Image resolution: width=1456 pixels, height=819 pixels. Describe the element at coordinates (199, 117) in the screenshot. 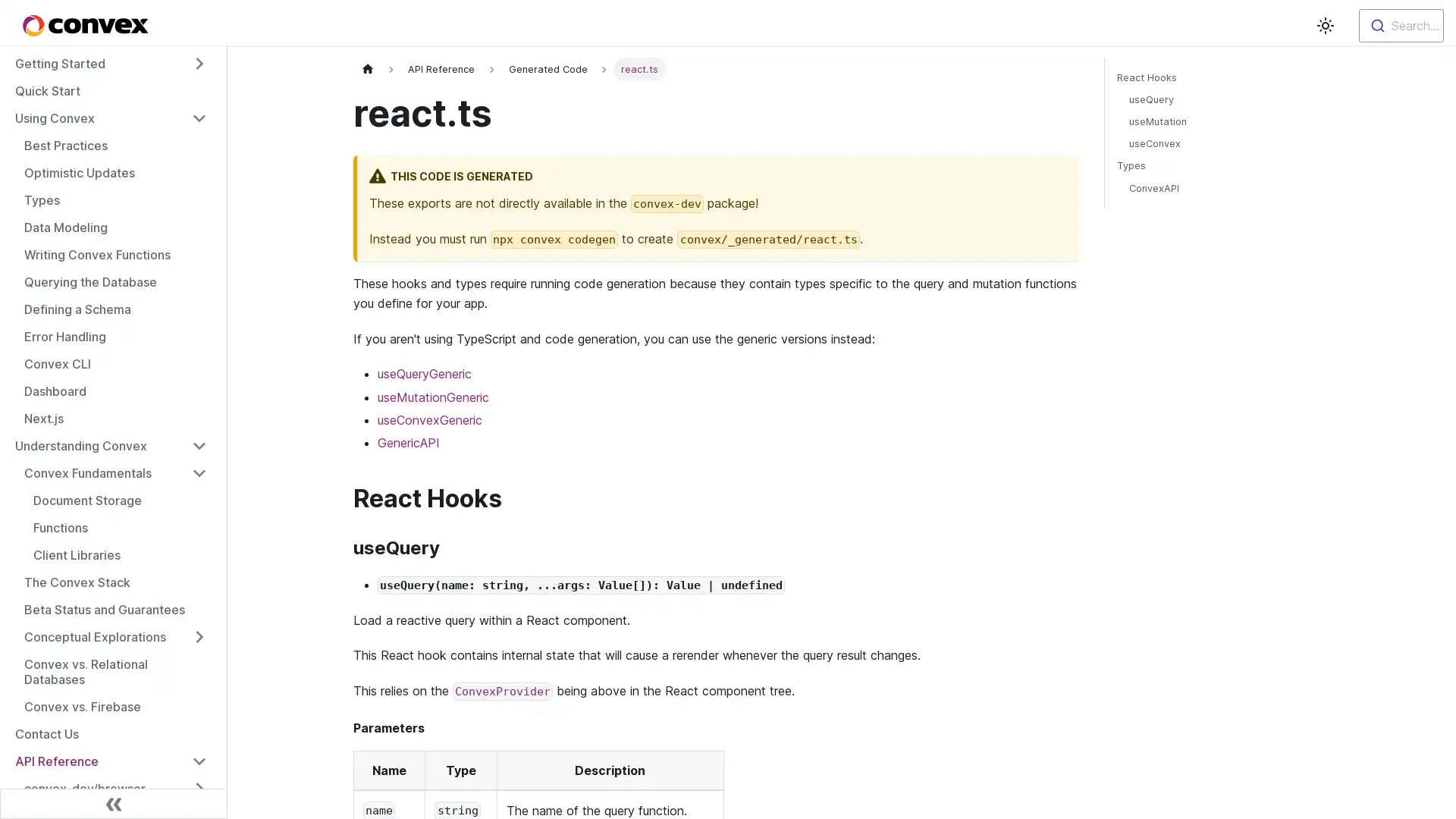

I see `Toggle the collapsible sidebar category 'Using Convex'` at that location.